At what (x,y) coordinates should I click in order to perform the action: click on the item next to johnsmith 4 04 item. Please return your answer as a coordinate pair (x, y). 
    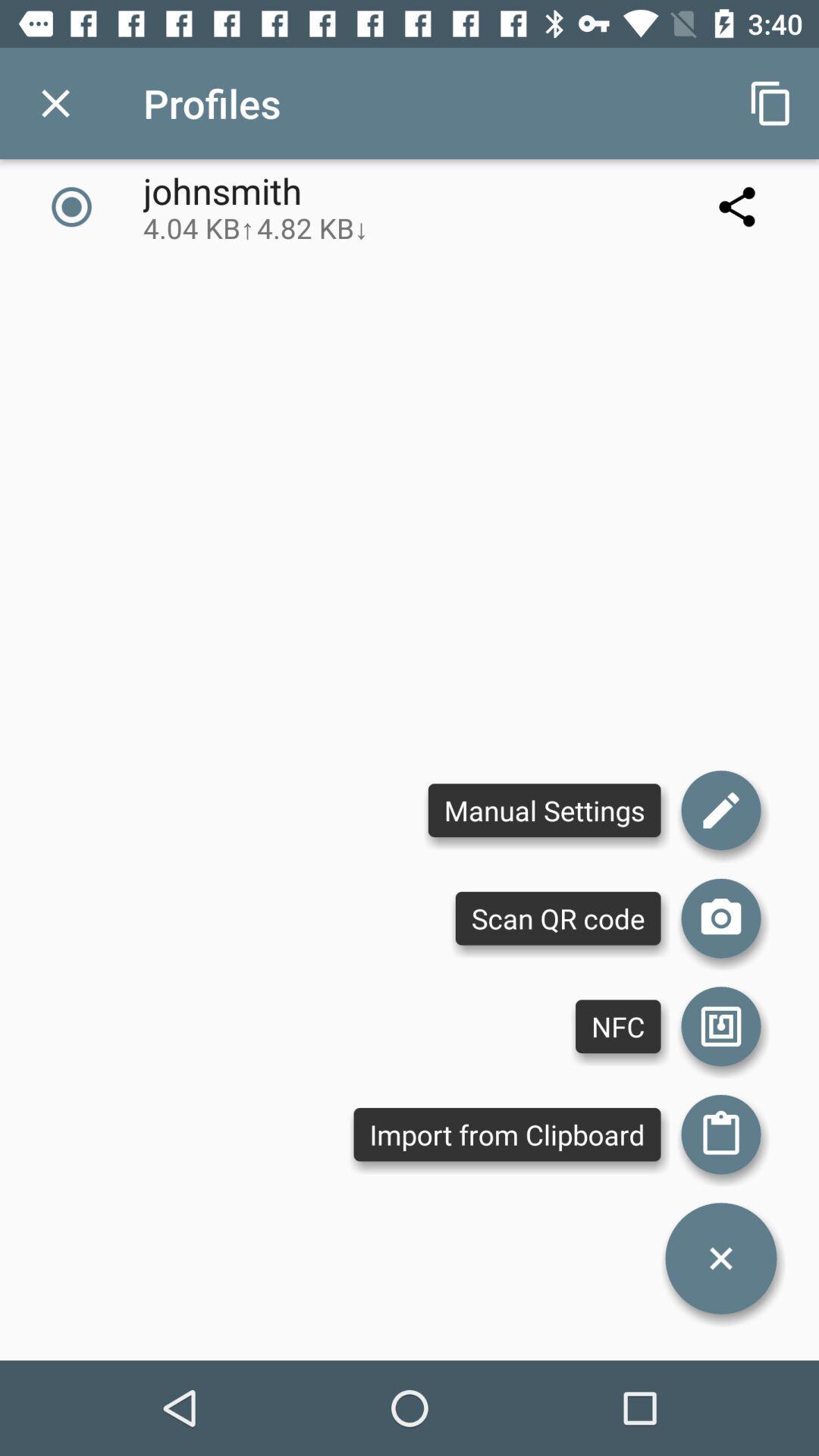
    Looking at the image, I should click on (771, 102).